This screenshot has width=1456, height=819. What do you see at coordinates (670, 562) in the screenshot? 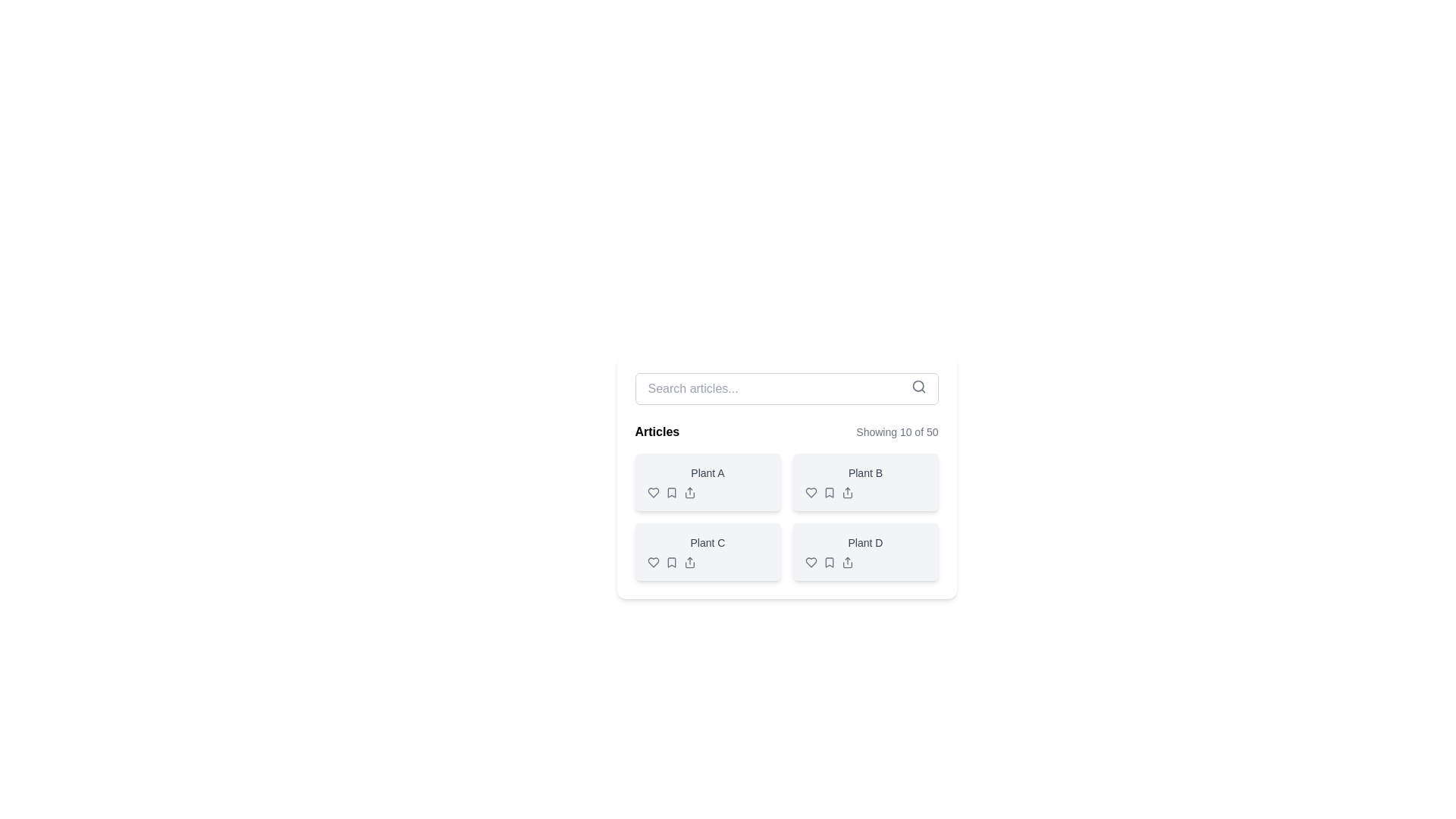
I see `the second icon from the left in the lower row of the 'Articles' section card grid for 'Plant C'` at bounding box center [670, 562].